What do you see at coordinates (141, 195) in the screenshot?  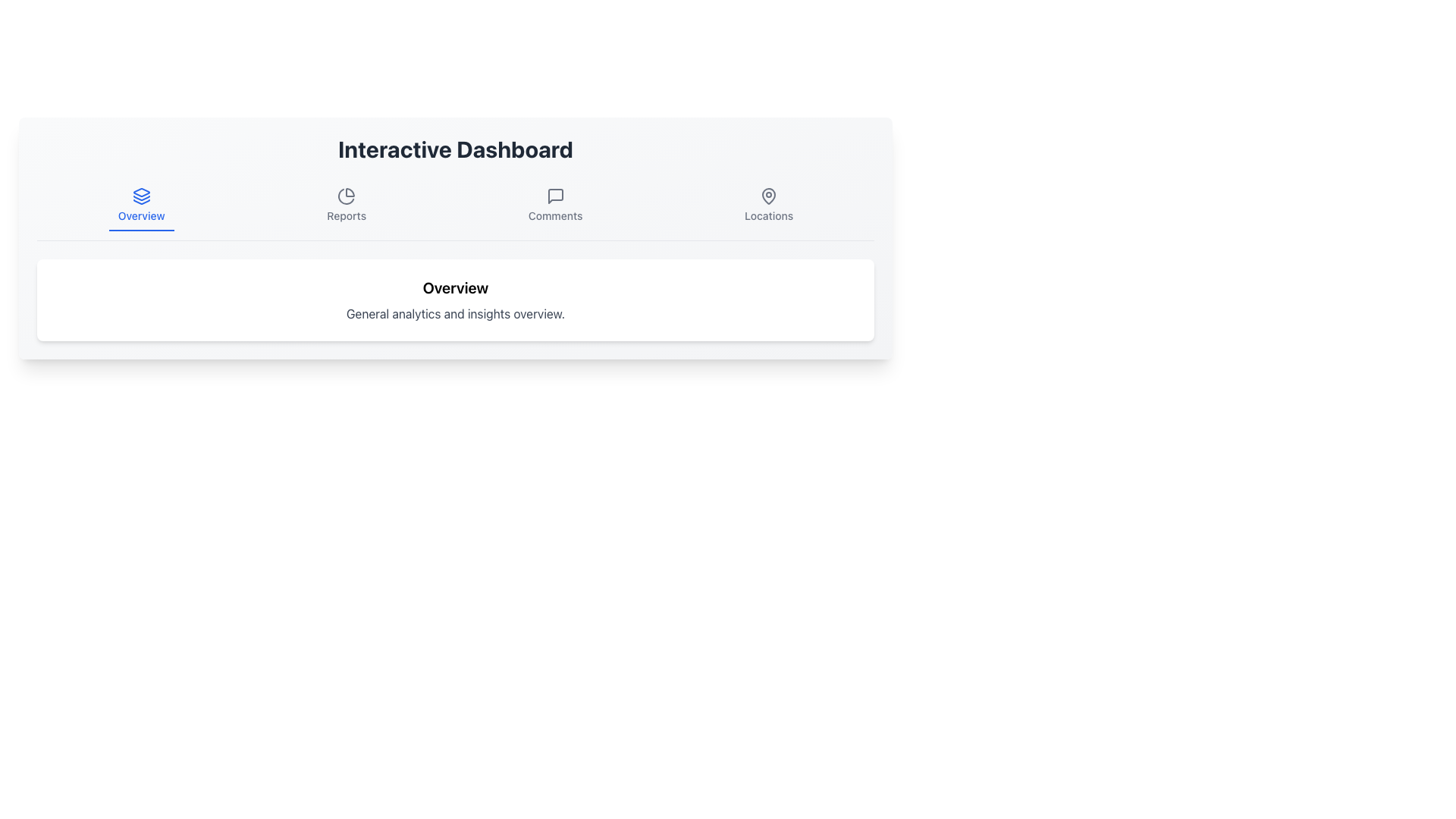 I see `the icon representing overlapping layers with a blue outline, located above the 'Overview' text in the navigation bar` at bounding box center [141, 195].